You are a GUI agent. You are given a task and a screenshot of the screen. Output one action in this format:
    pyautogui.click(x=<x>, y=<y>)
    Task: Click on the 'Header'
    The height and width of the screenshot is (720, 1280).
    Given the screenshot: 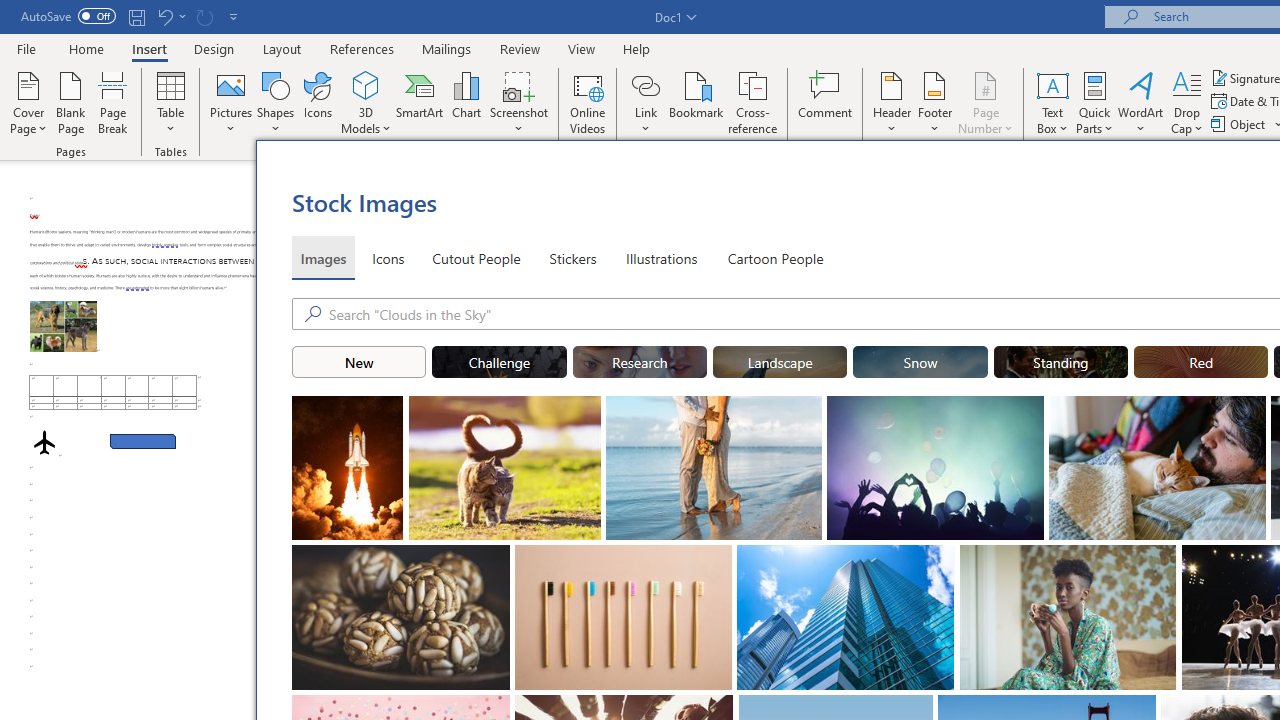 What is the action you would take?
    pyautogui.click(x=891, y=103)
    